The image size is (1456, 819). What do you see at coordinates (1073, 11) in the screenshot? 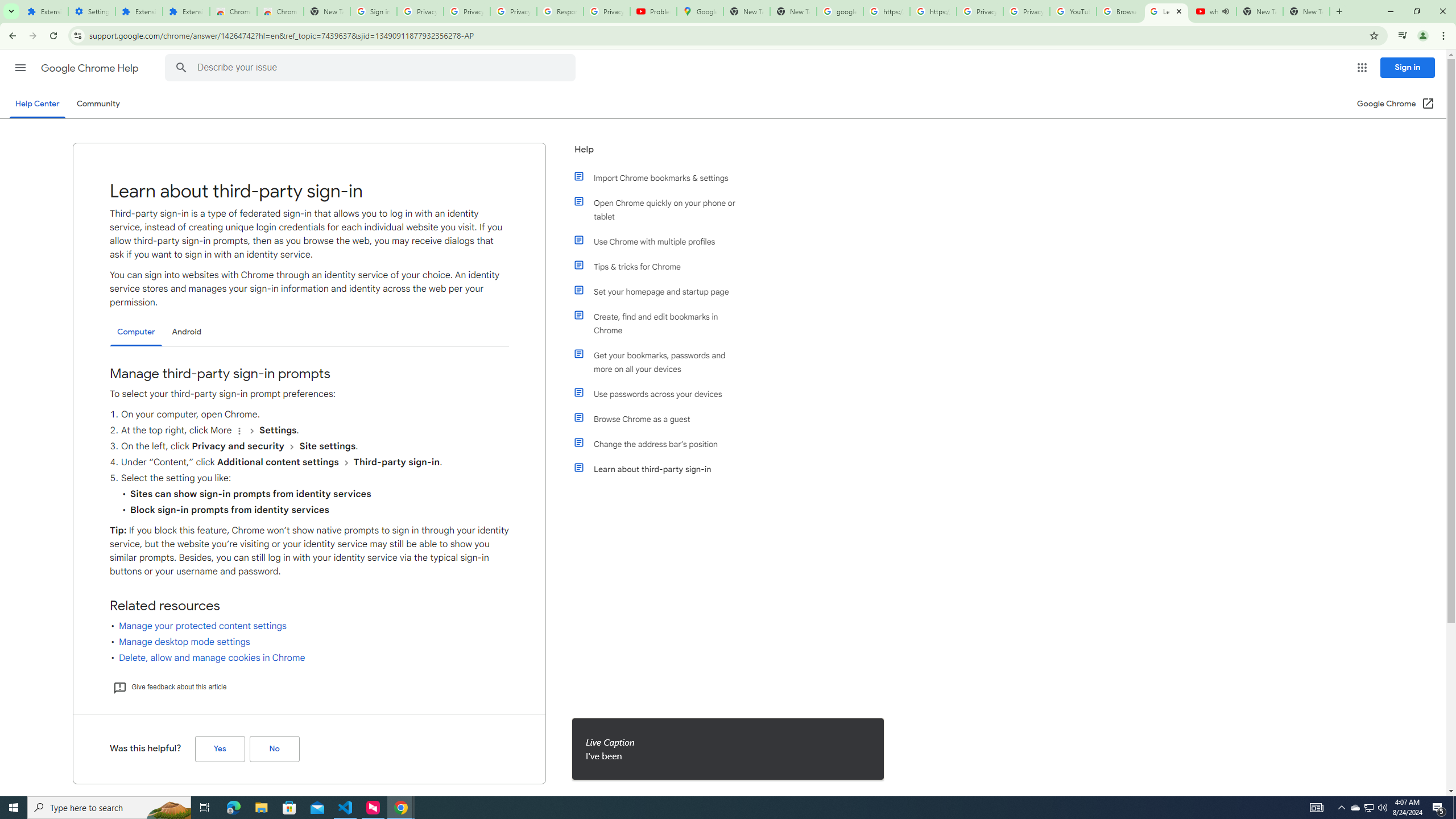
I see `'YouTube'` at bounding box center [1073, 11].